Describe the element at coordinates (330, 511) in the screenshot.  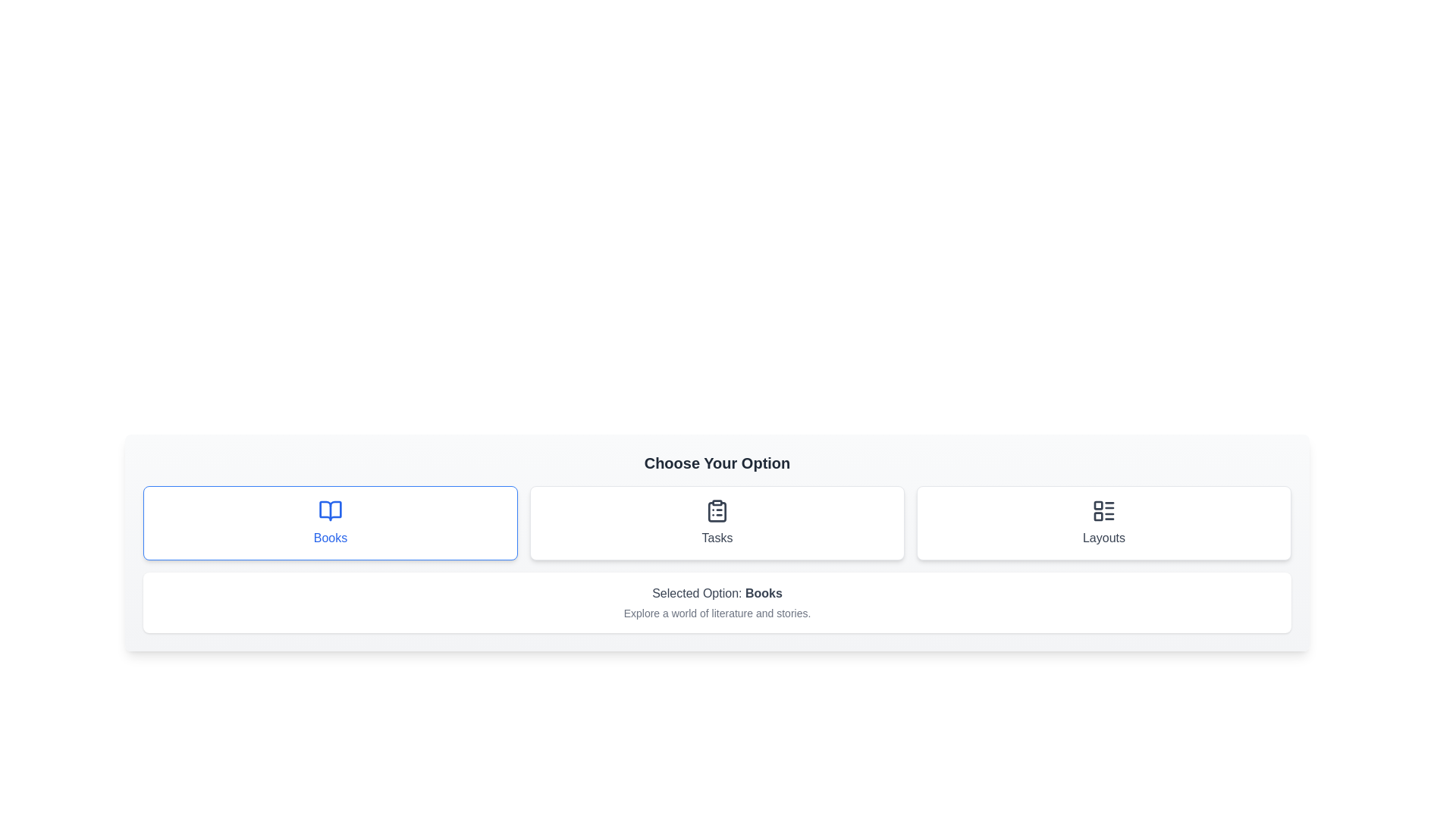
I see `the 'Books' icon, which is an SVG element located on the leftmost side of a row containing options for 'Books', 'Tasks', and 'Layouts'` at that location.